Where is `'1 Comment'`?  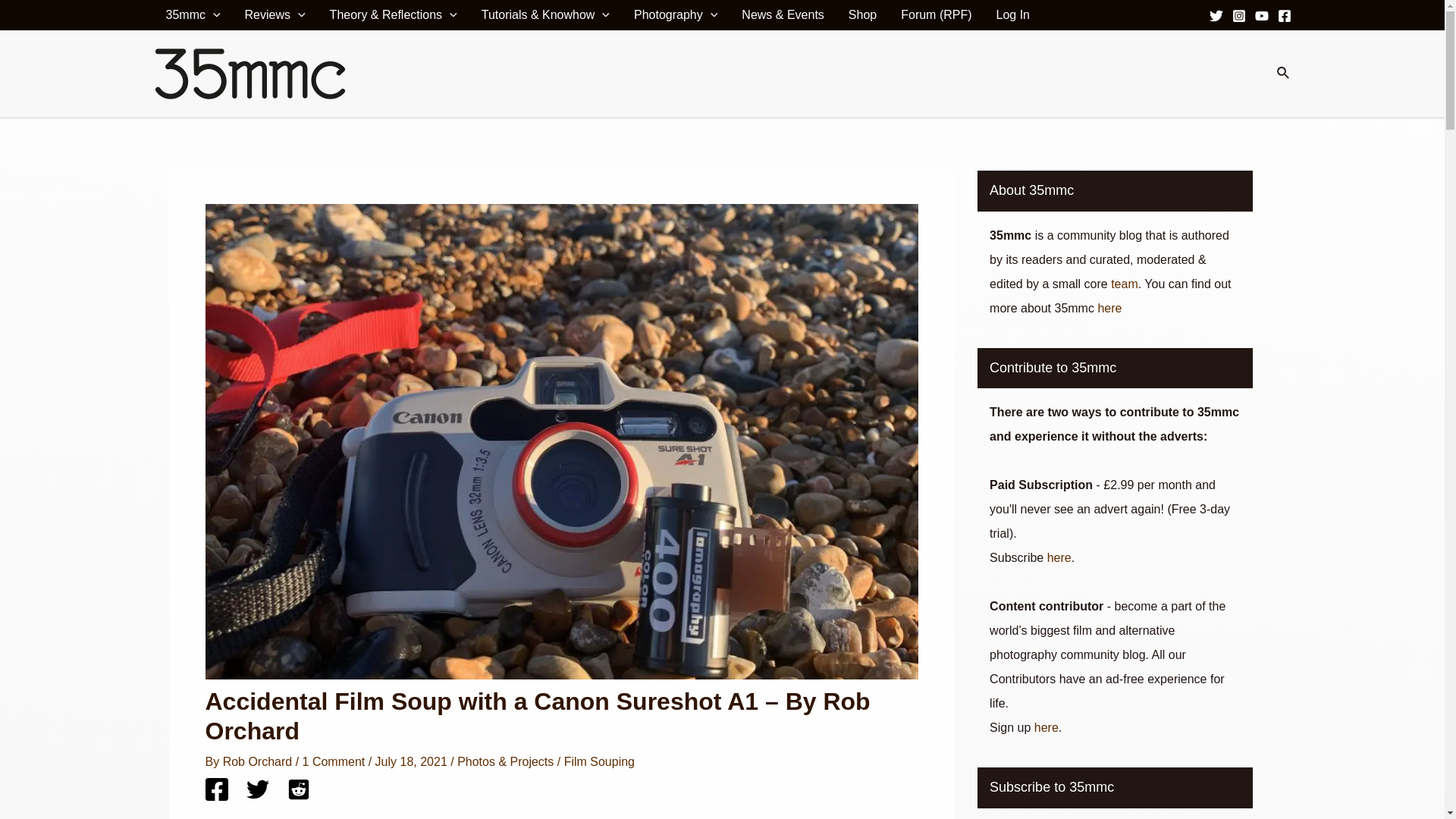
'1 Comment' is located at coordinates (333, 761).